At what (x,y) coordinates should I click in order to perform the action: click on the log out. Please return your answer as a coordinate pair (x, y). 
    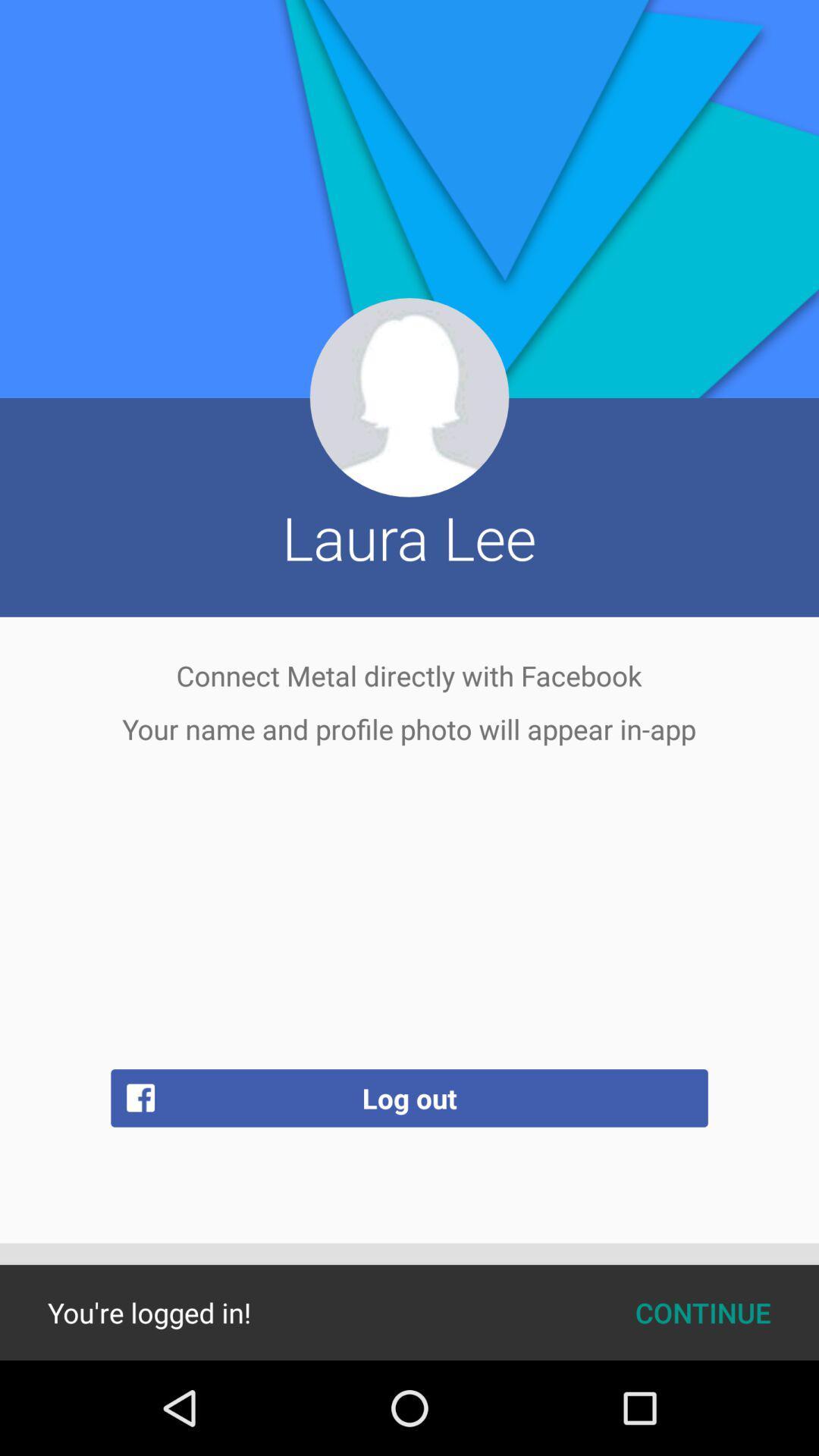
    Looking at the image, I should click on (409, 1098).